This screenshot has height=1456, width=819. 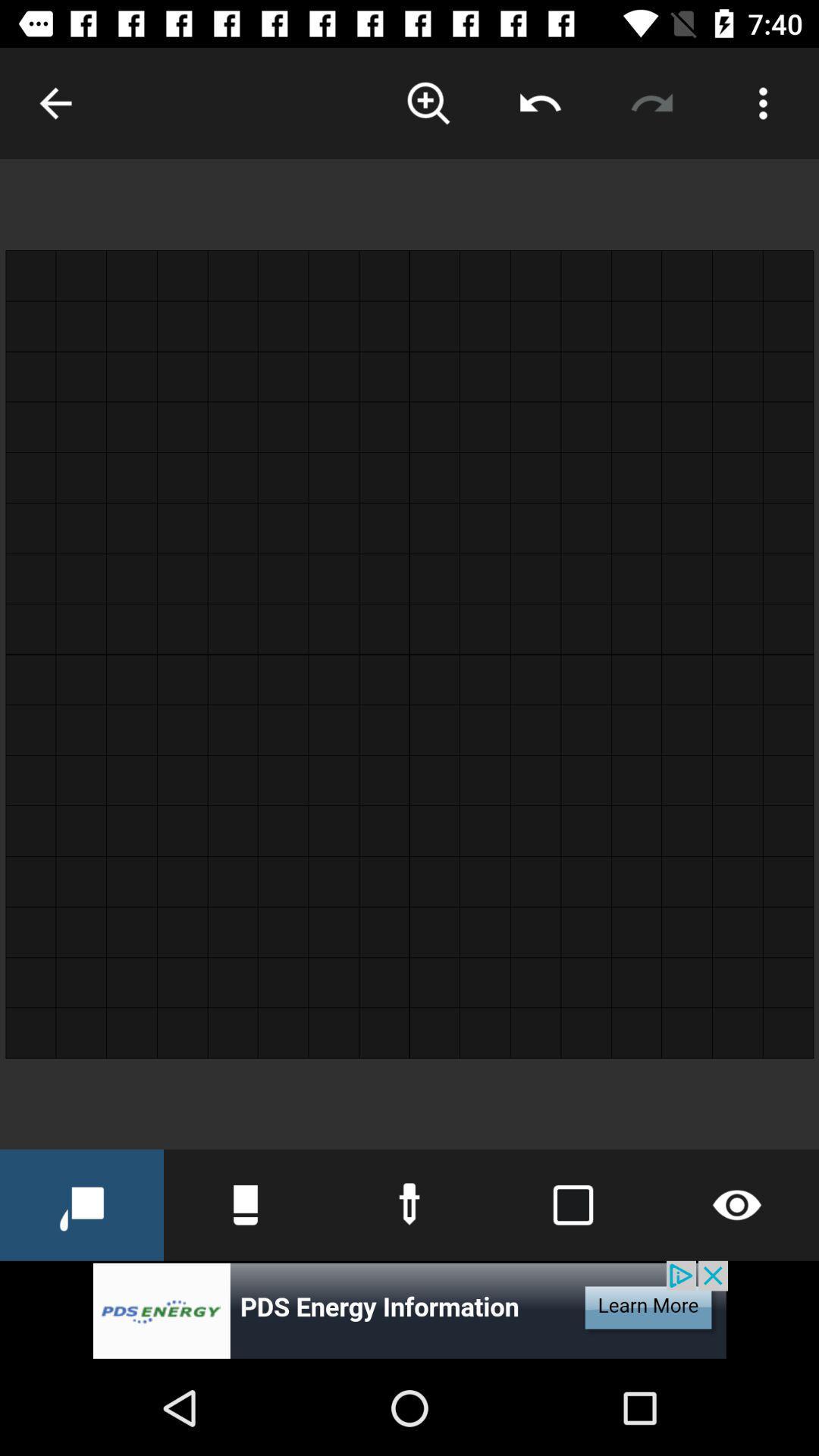 What do you see at coordinates (539, 102) in the screenshot?
I see `share option` at bounding box center [539, 102].